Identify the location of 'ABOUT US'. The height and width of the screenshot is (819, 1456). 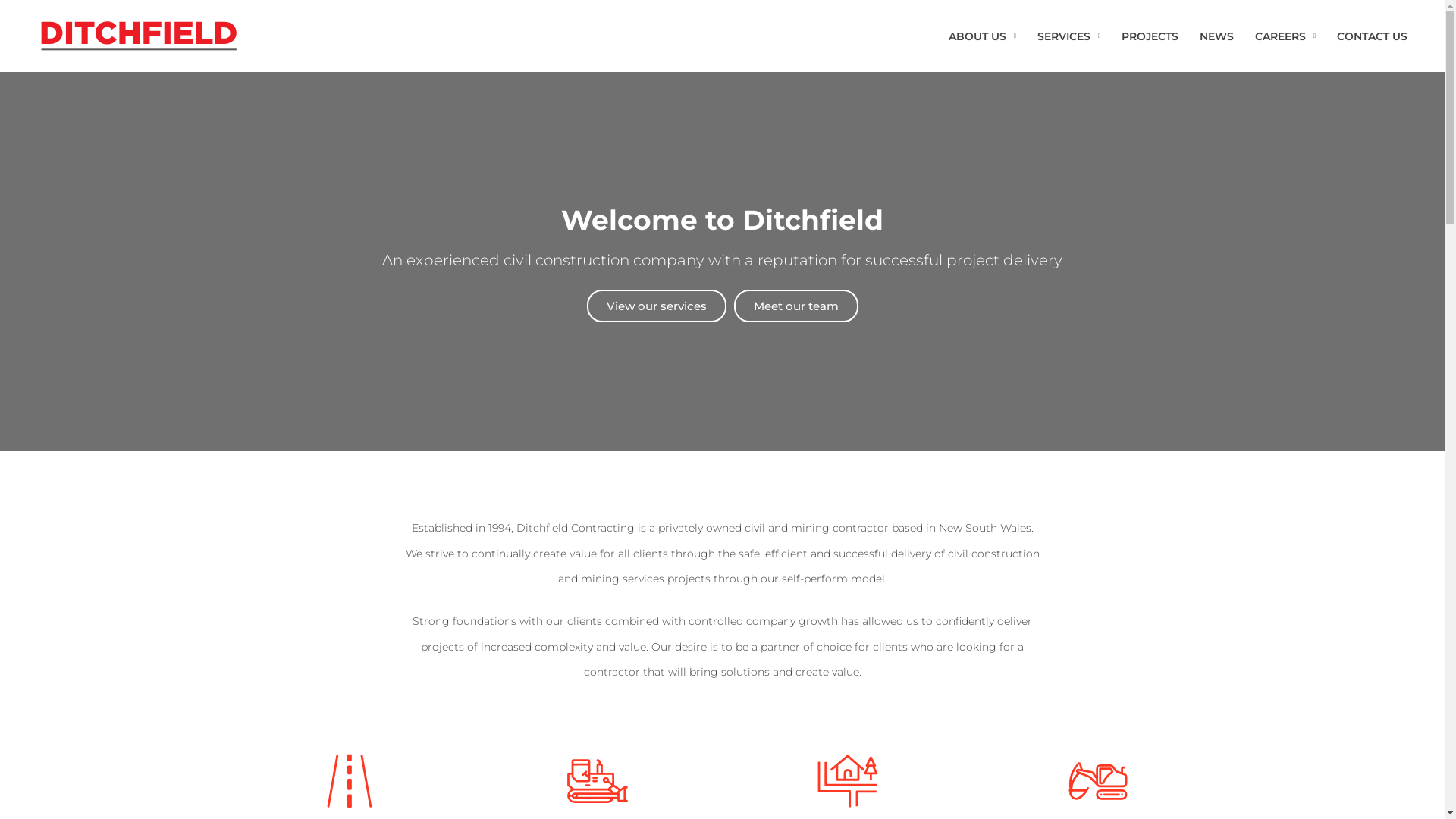
(982, 35).